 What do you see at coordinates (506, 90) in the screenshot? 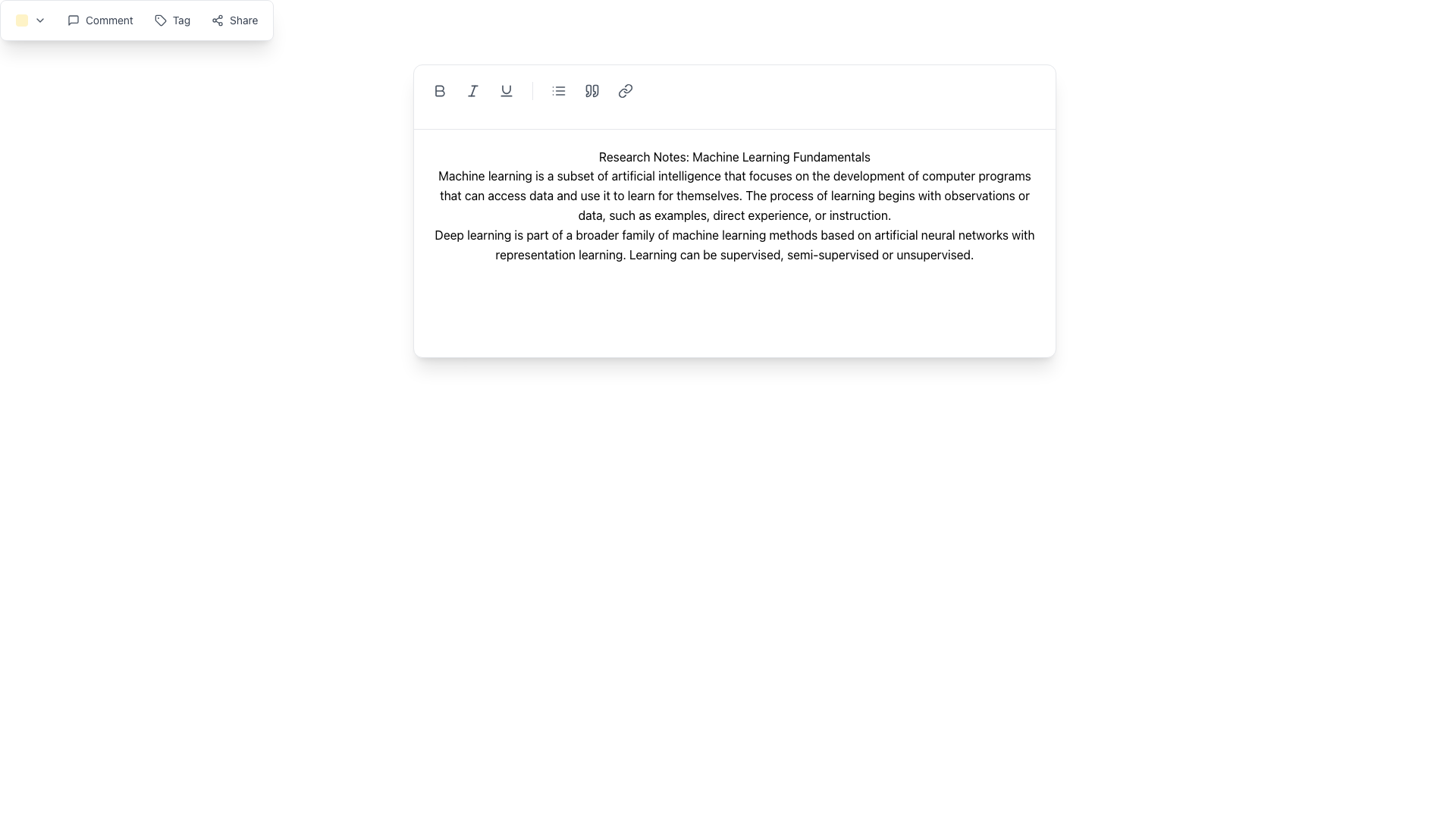
I see `the underline button icon in the text editor toolbar` at bounding box center [506, 90].